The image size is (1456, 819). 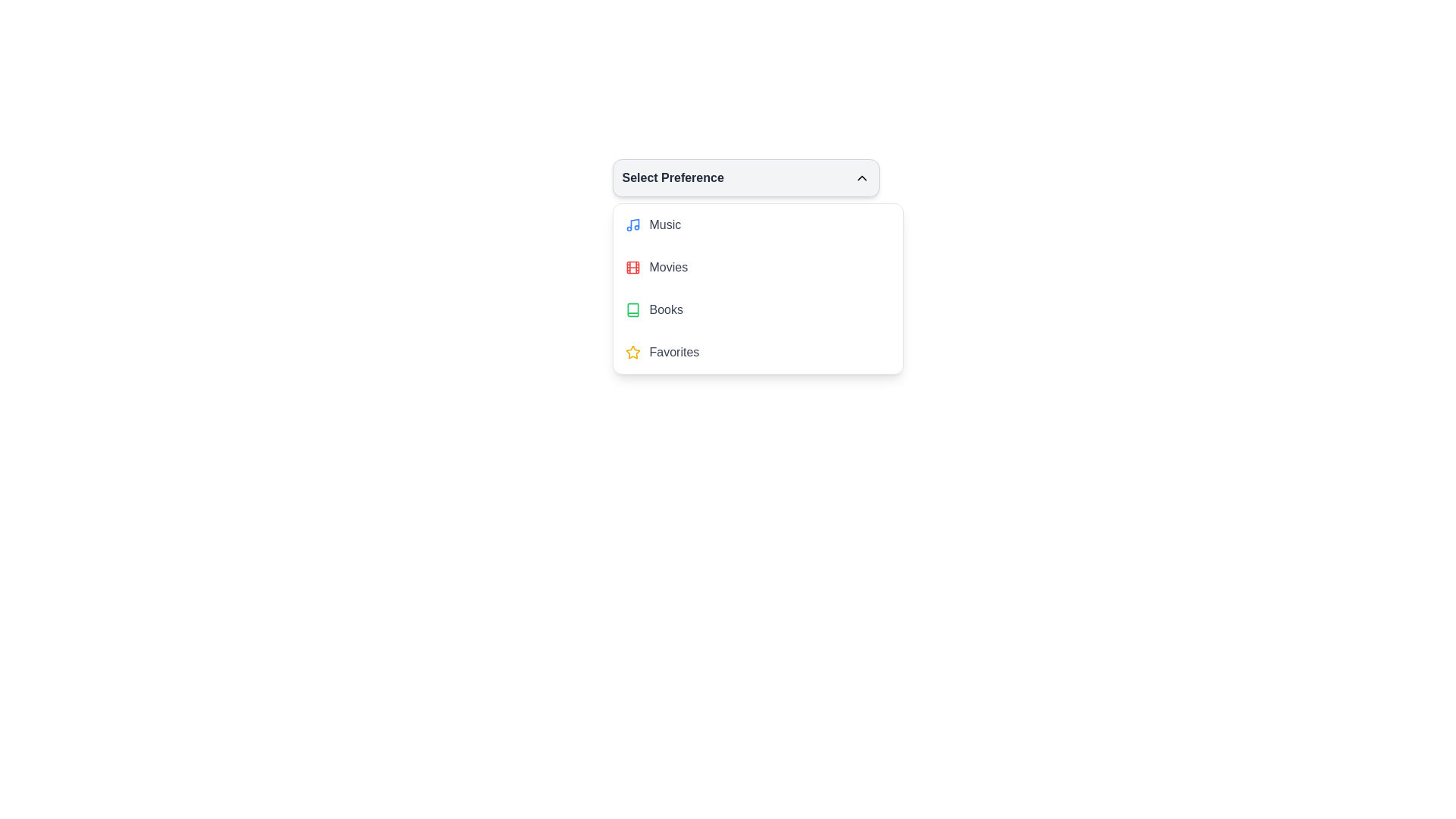 I want to click on one of the items in the dropdown menu for selecting a preference among Music, Movies, Books, and Favorites, so click(x=758, y=289).